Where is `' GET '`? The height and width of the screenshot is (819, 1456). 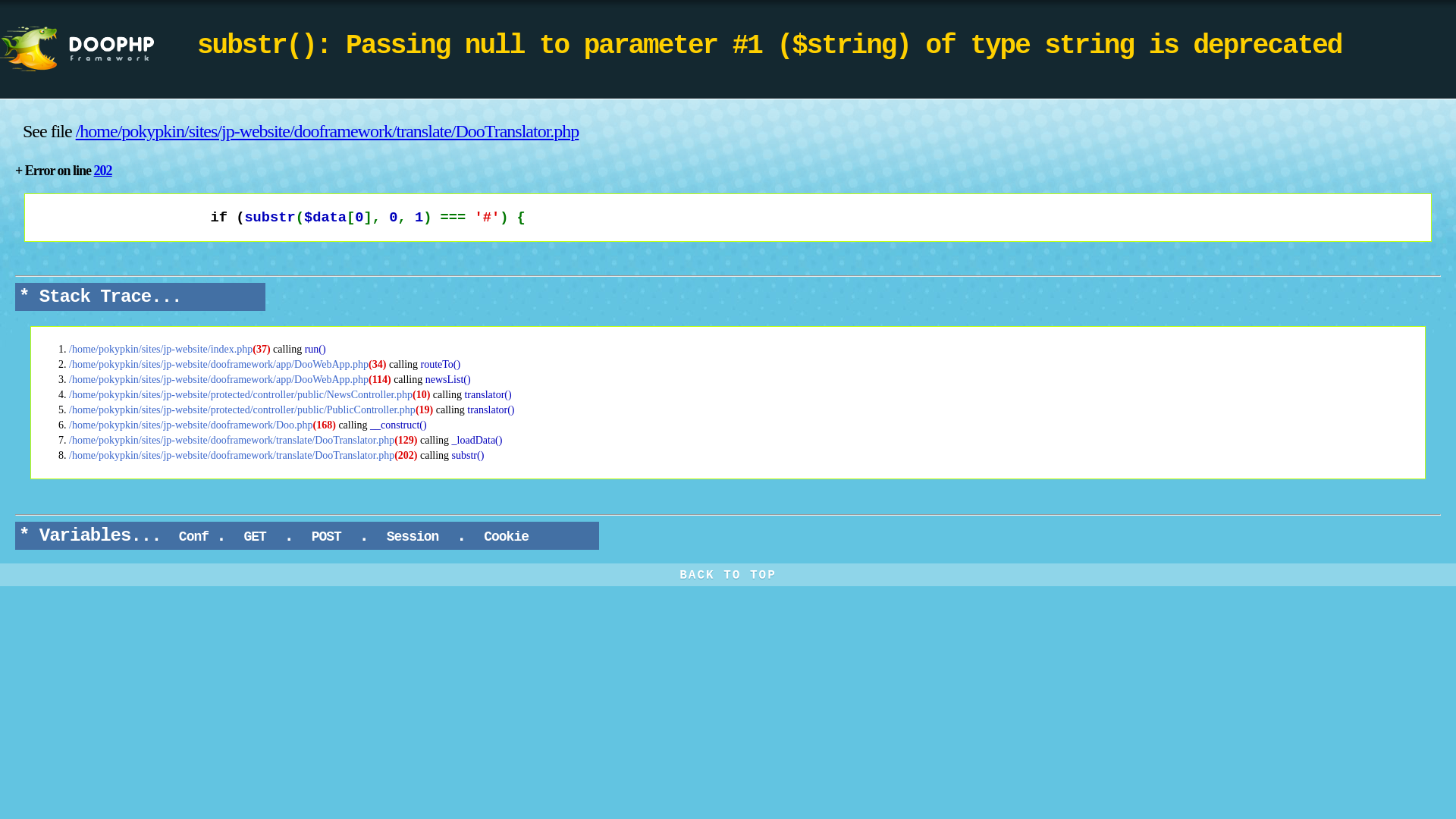 ' GET ' is located at coordinates (255, 536).